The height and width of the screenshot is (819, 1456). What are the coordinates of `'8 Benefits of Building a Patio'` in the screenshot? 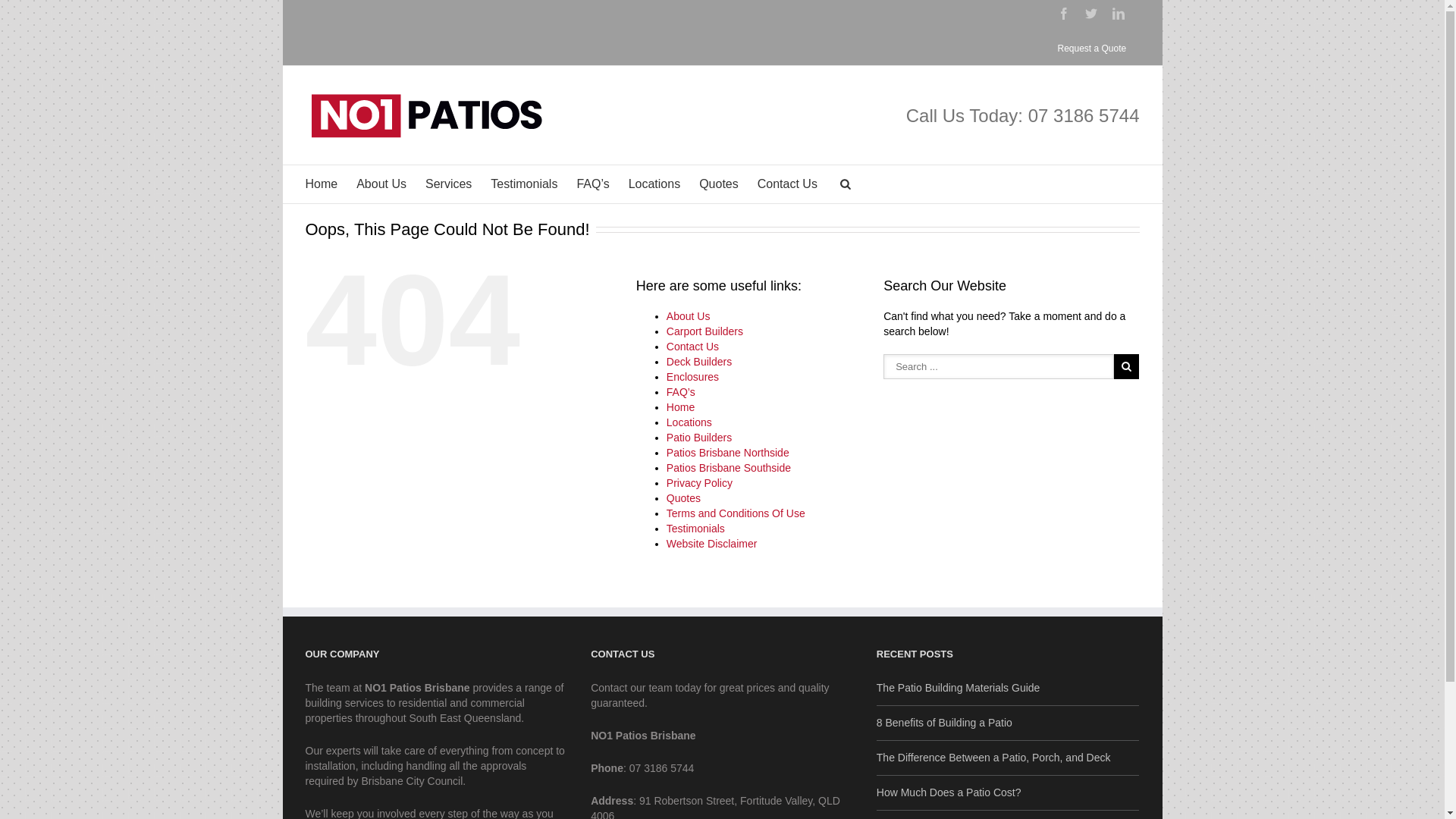 It's located at (1008, 717).